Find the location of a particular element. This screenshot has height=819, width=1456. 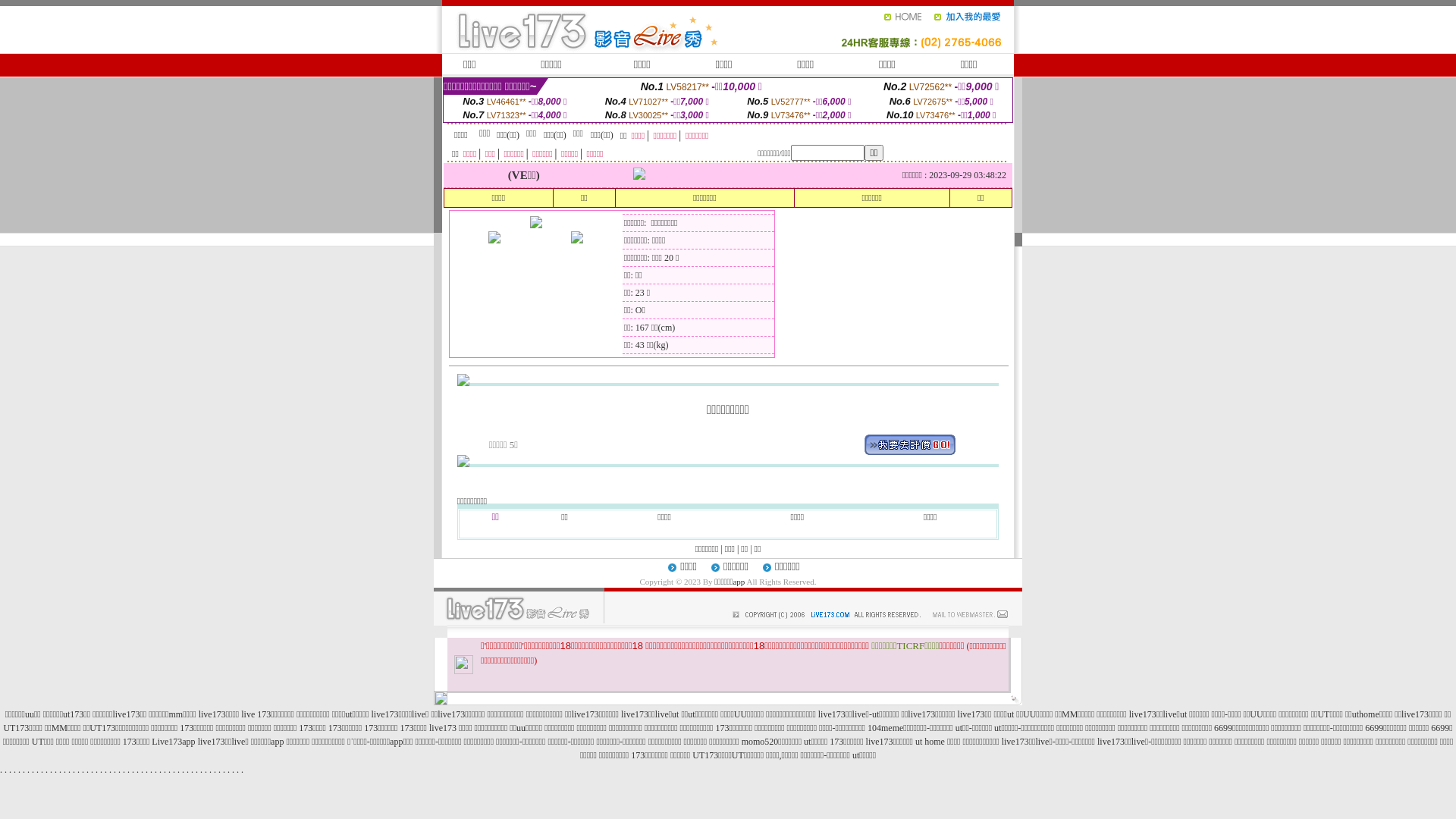

'.' is located at coordinates (24, 769).